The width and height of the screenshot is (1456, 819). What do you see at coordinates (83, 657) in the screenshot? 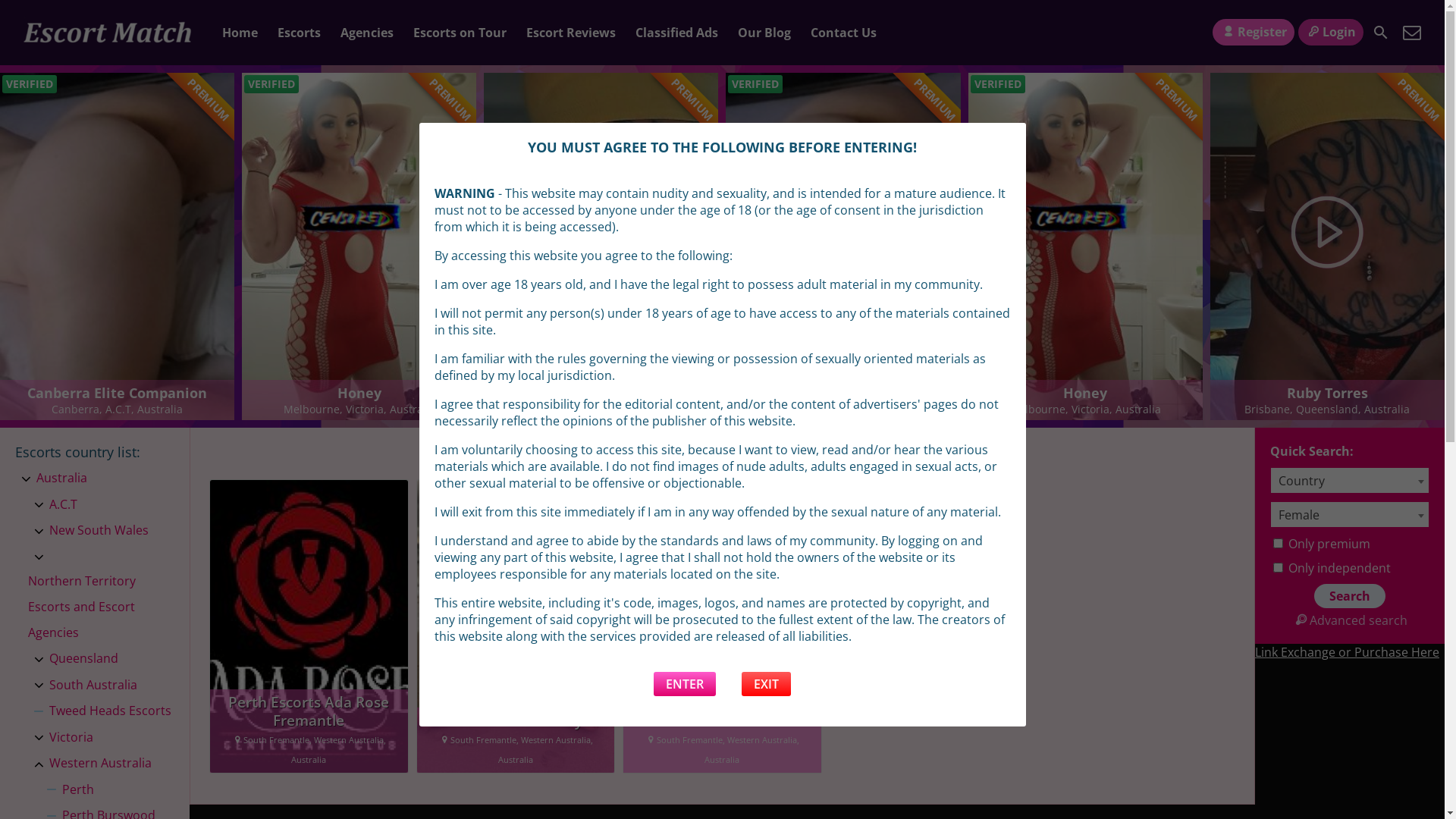
I see `'Queensland'` at bounding box center [83, 657].